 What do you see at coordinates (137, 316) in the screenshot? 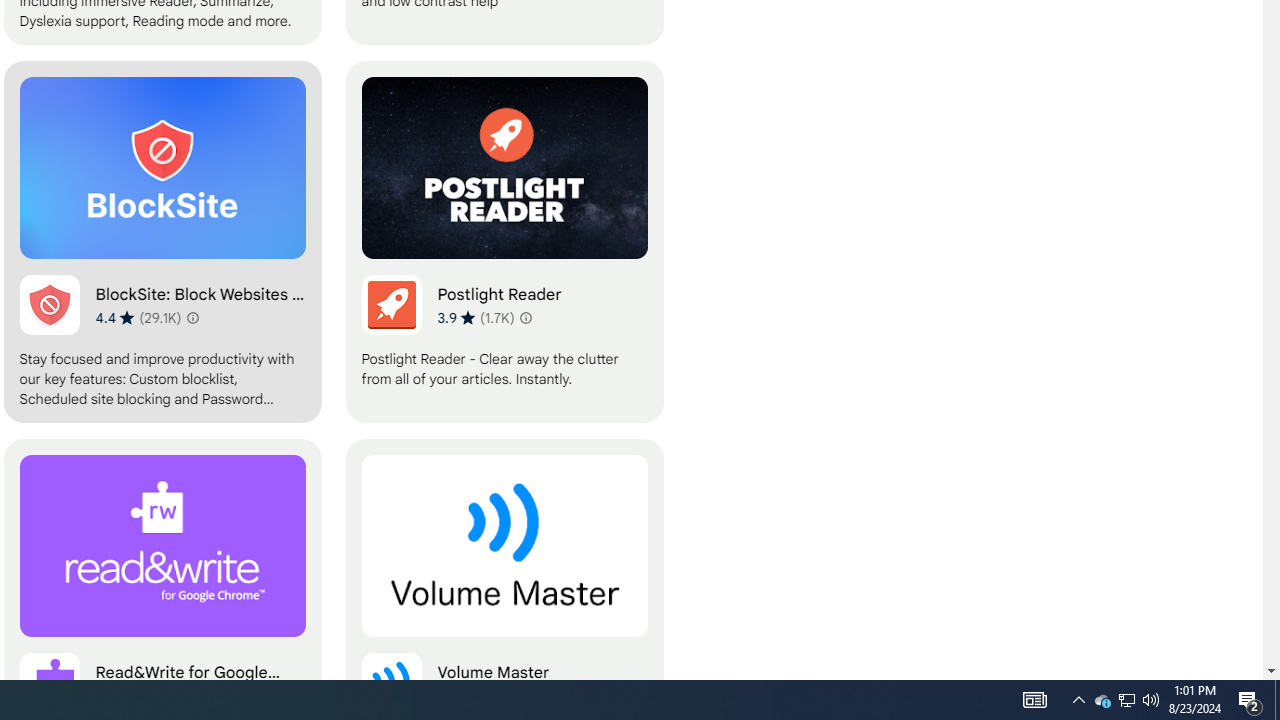
I see `'Average rating 4.4 out of 5 stars. 29.1K ratings.'` at bounding box center [137, 316].